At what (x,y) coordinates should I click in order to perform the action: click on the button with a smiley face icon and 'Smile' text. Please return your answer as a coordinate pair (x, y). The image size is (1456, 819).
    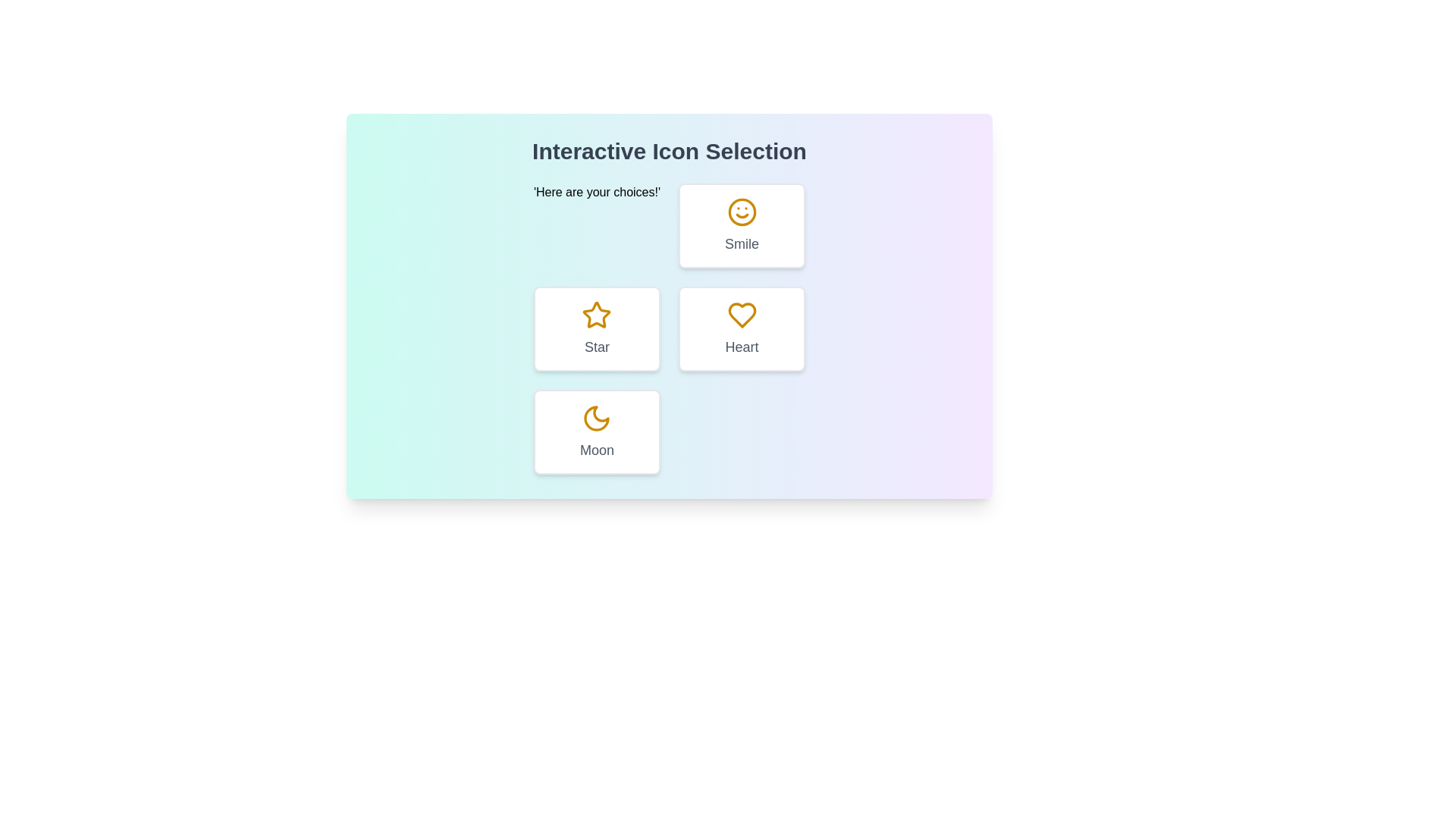
    Looking at the image, I should click on (742, 225).